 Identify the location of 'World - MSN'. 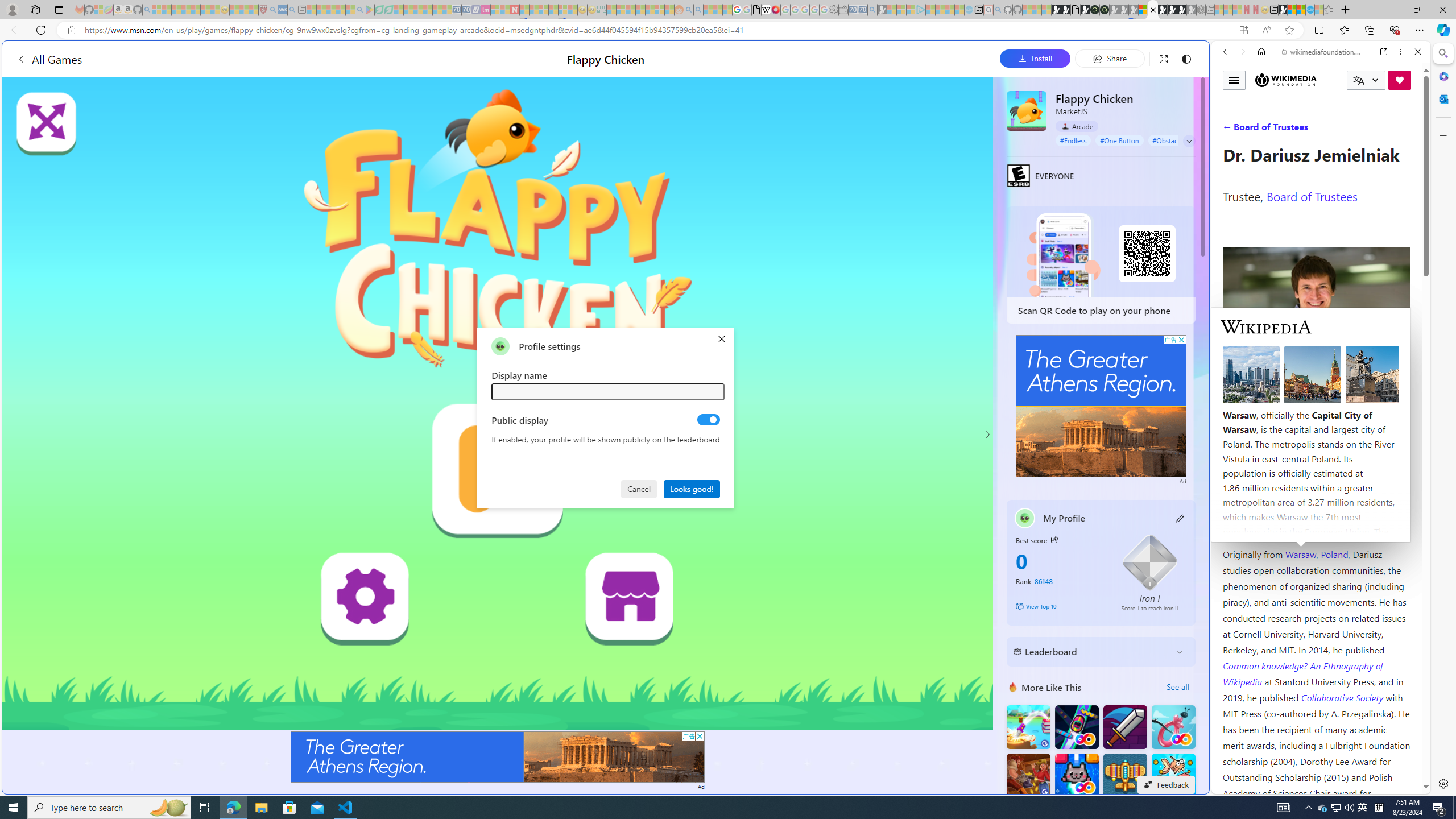
(1292, 9).